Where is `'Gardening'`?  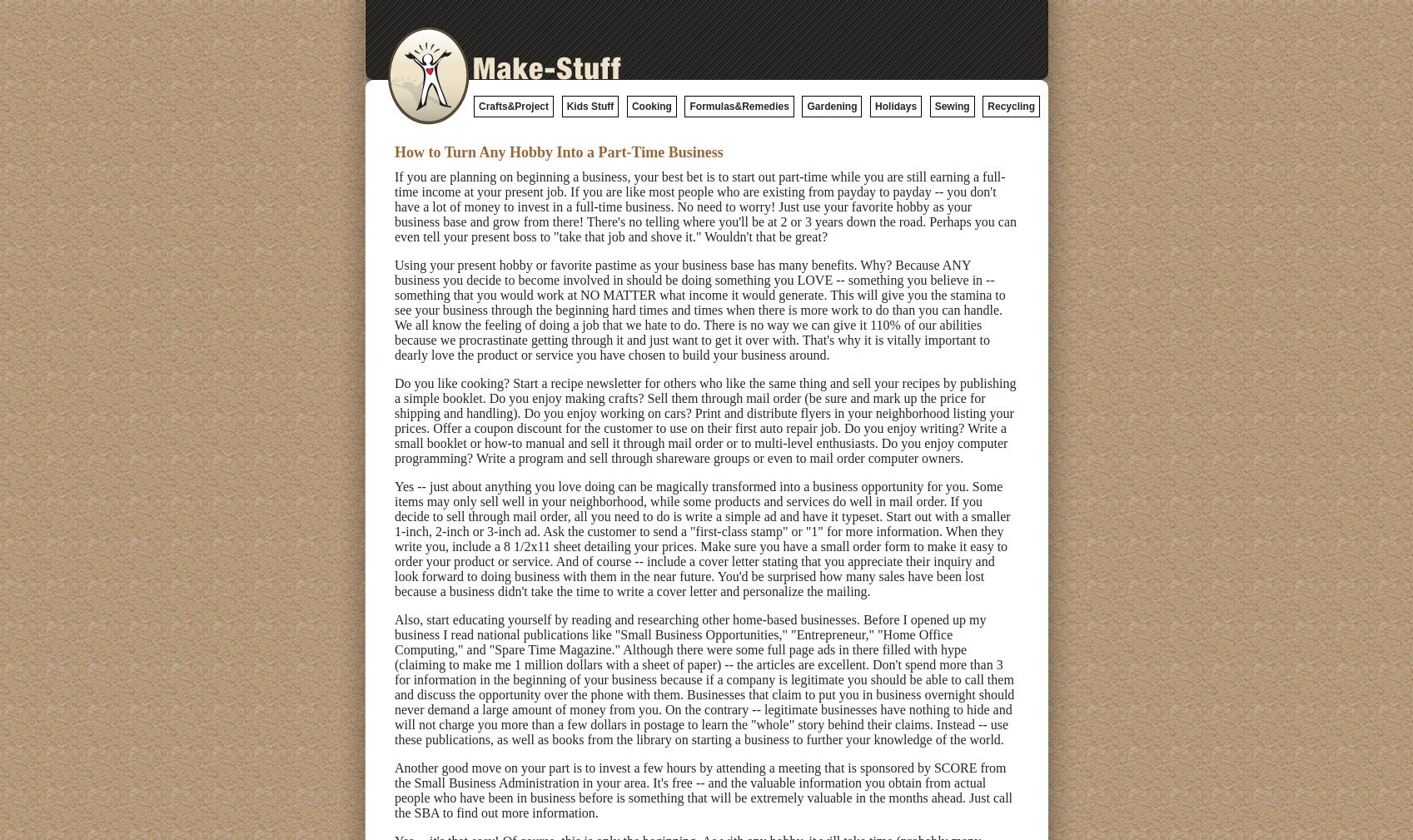 'Gardening' is located at coordinates (832, 106).